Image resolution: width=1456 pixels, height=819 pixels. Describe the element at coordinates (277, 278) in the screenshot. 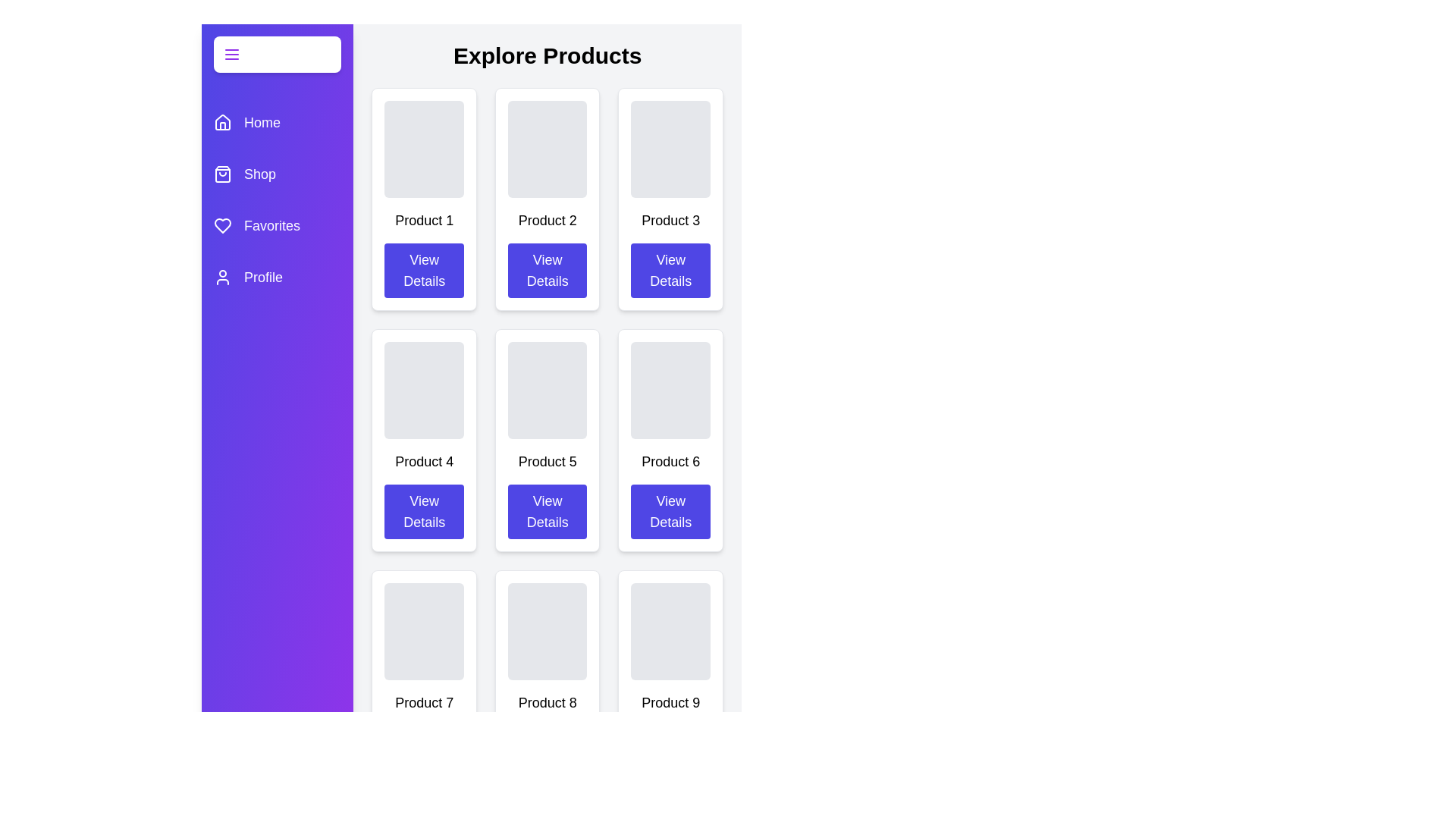

I see `the category Profile in the drawer to highlight it` at that location.